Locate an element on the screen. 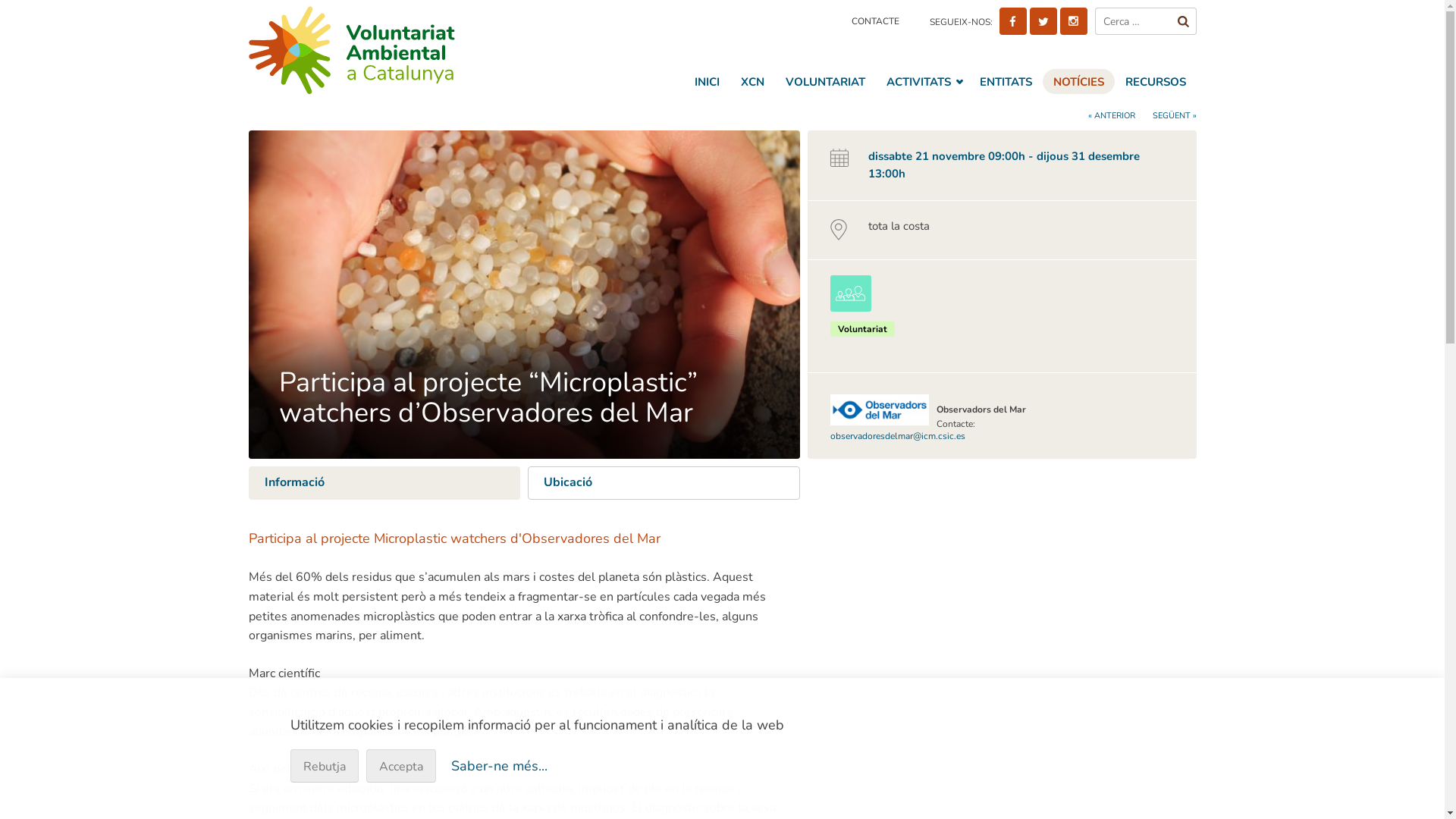 This screenshot has width=1456, height=819. 'Instagram' is located at coordinates (1059, 20).